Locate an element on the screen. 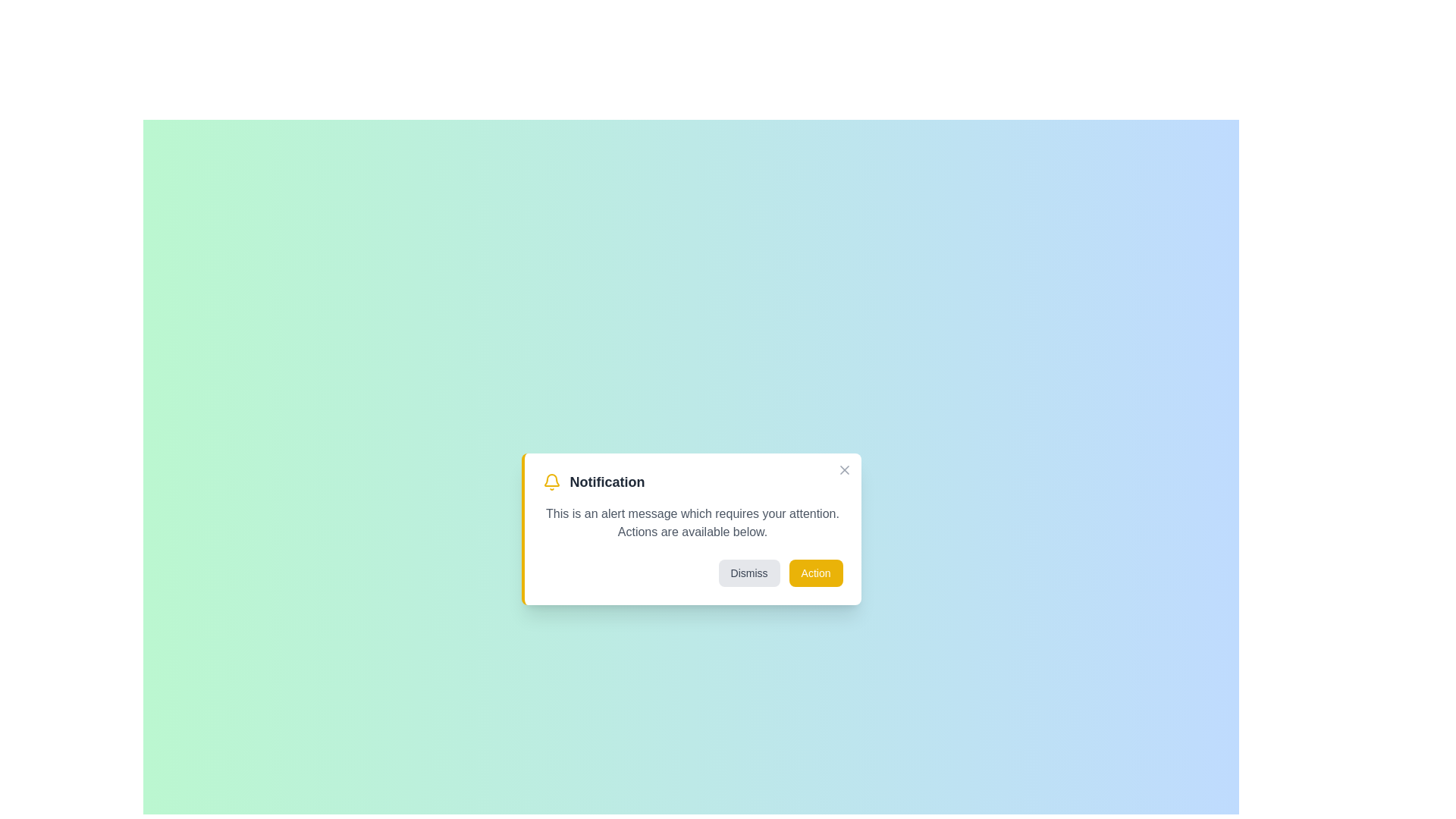 This screenshot has width=1456, height=819. the 'Action' button to perform the associated action is located at coordinates (814, 573).